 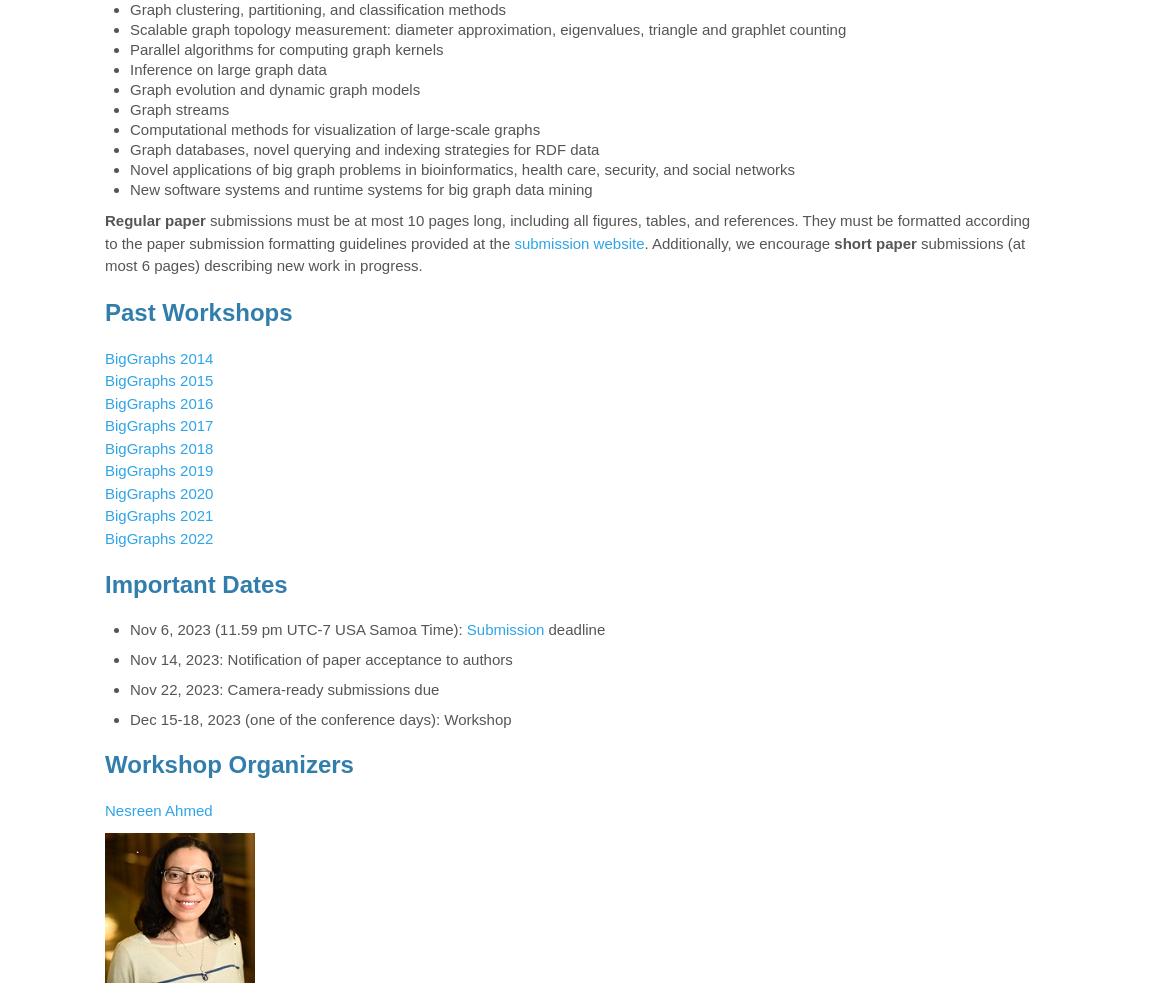 I want to click on 'Nov 6, 2023 (11.59 pm UTC-7 USA Samoa Time):', so click(x=297, y=629).